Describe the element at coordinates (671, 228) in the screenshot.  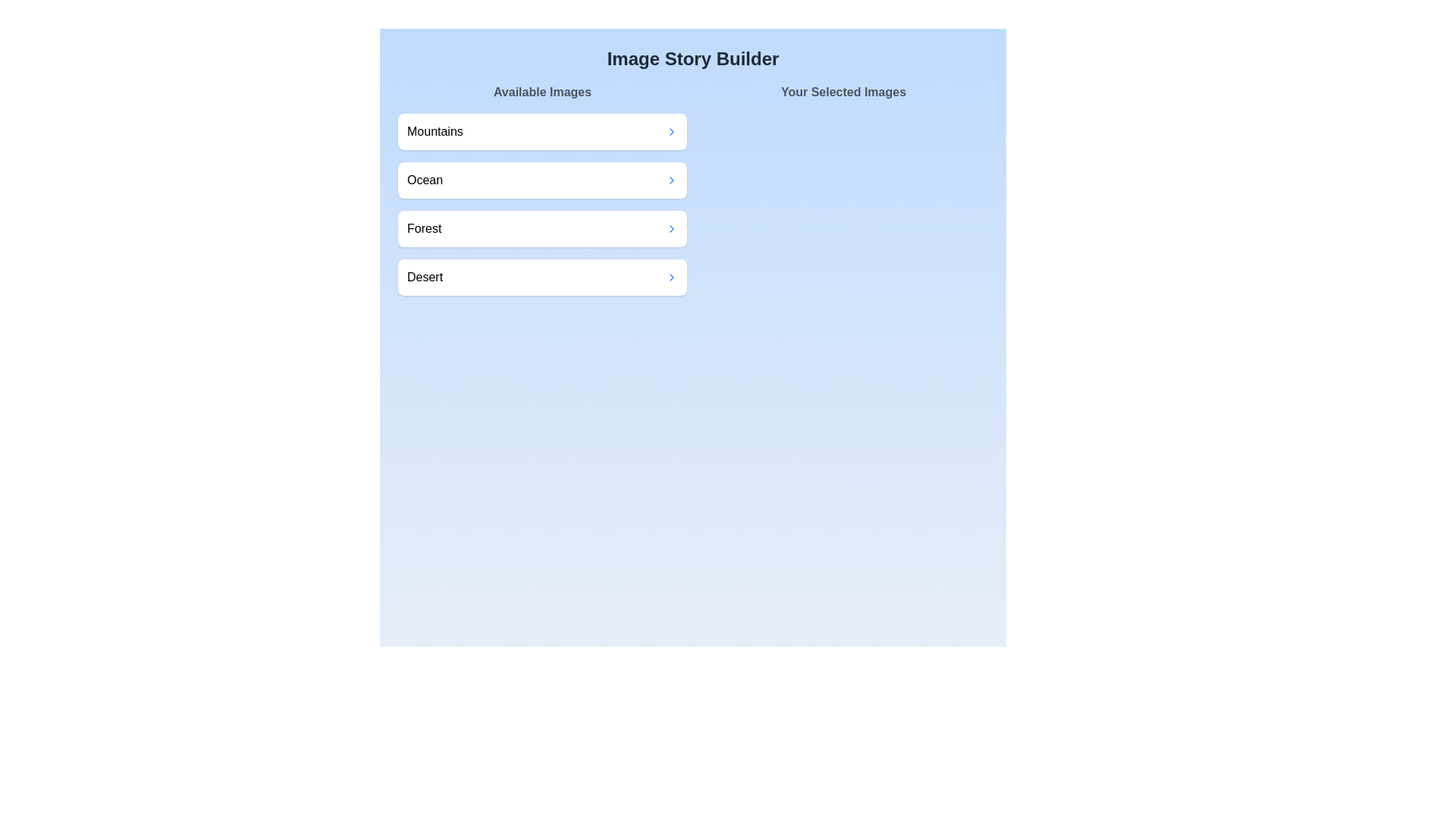
I see `transfer button for the image labeled Forest in the 'Available Images' section` at that location.